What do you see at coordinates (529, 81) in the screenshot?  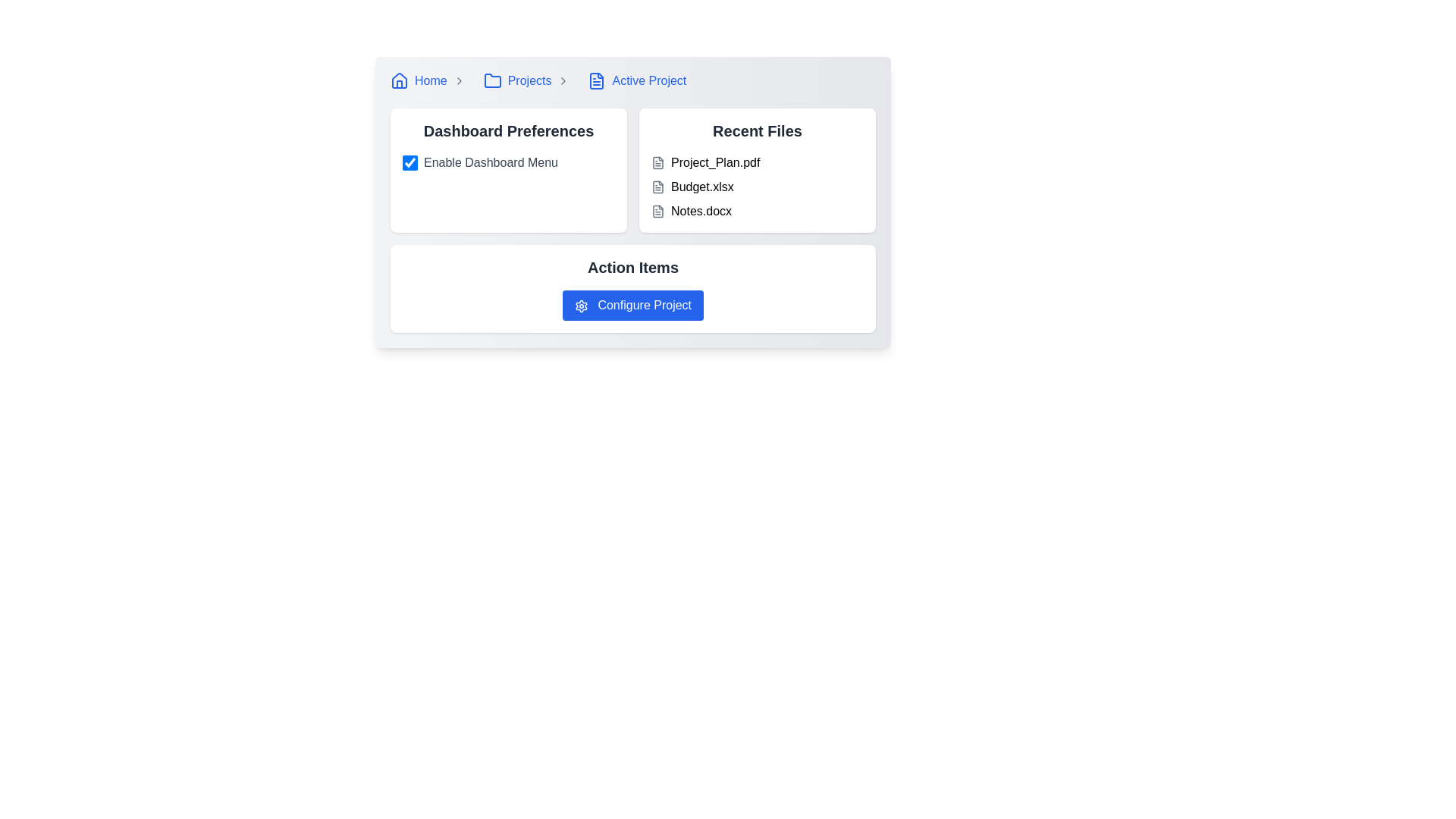 I see `the 'Projects' breadcrumb link, which is styled with blue text and has a folder icon` at bounding box center [529, 81].